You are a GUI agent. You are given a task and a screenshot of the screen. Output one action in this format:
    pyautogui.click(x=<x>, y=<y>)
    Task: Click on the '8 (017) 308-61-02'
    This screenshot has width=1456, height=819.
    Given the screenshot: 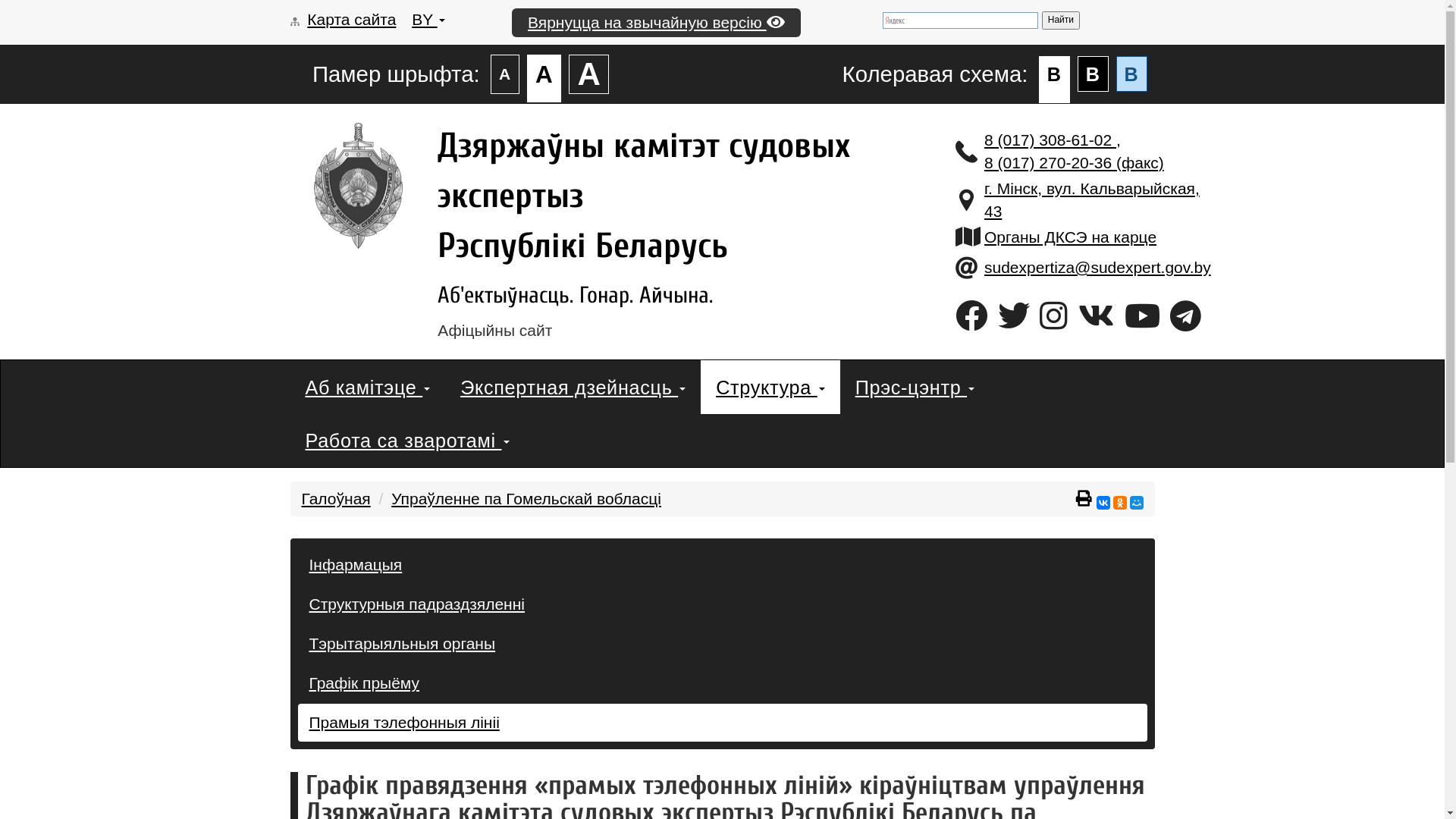 What is the action you would take?
    pyautogui.click(x=1050, y=140)
    